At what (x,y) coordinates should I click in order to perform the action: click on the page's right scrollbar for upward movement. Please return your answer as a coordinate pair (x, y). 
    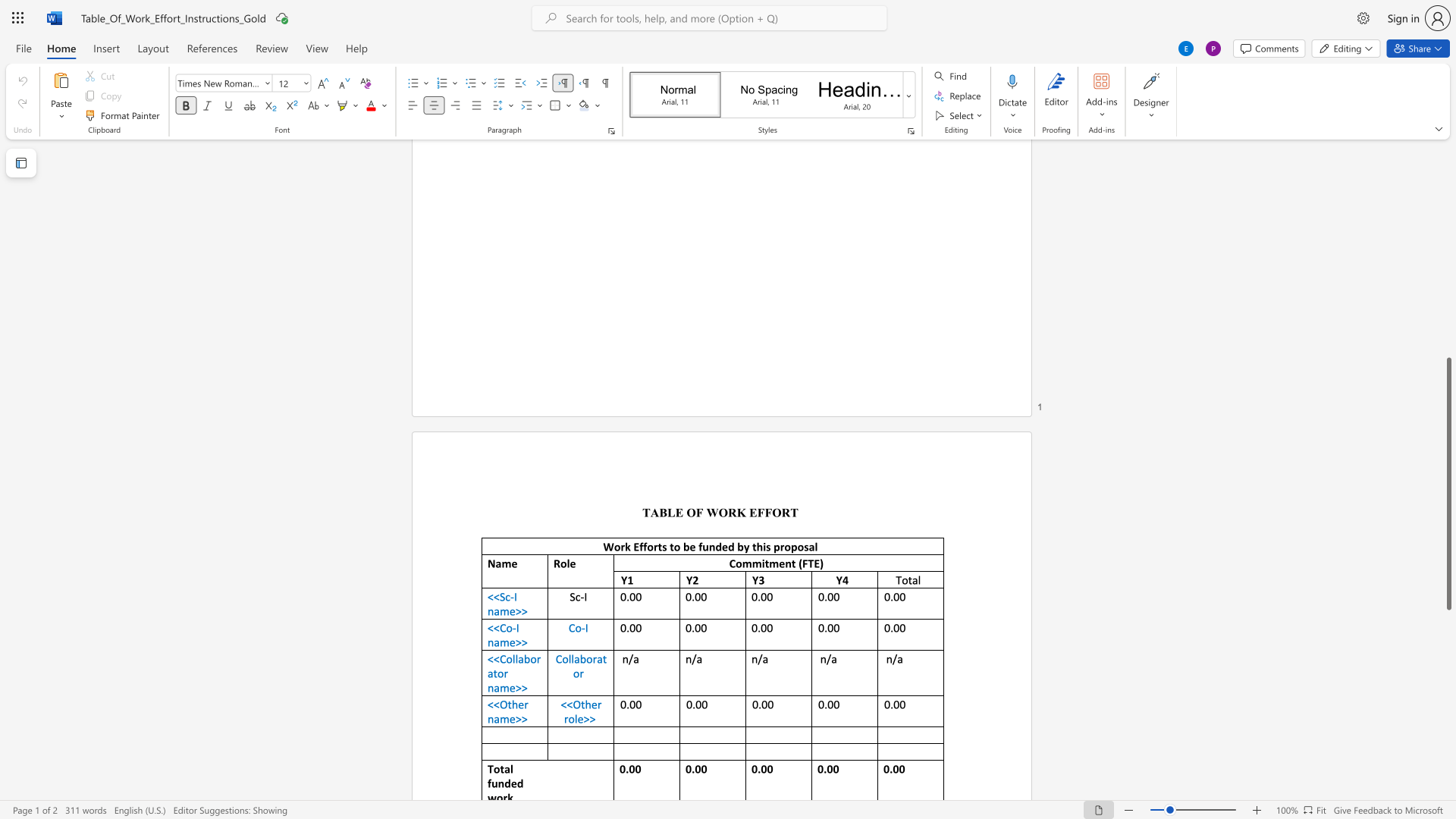
    Looking at the image, I should click on (1448, 242).